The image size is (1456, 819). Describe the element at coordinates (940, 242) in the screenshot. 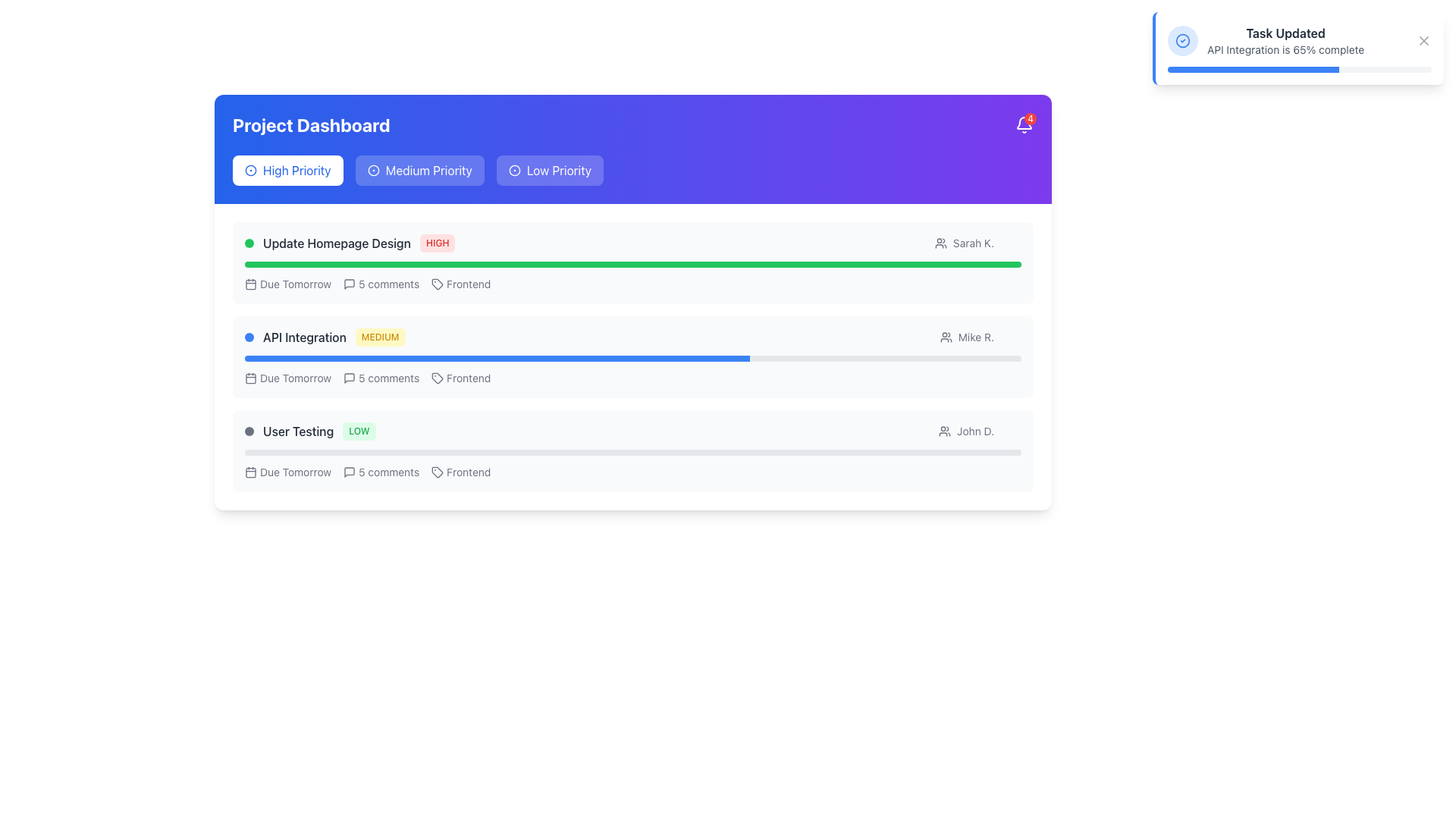

I see `the small outlined gray icon resembling a group of people, located to the left of the 'Sarah K.' text, associated with the task row labeled 'Update Homepage Design'` at that location.